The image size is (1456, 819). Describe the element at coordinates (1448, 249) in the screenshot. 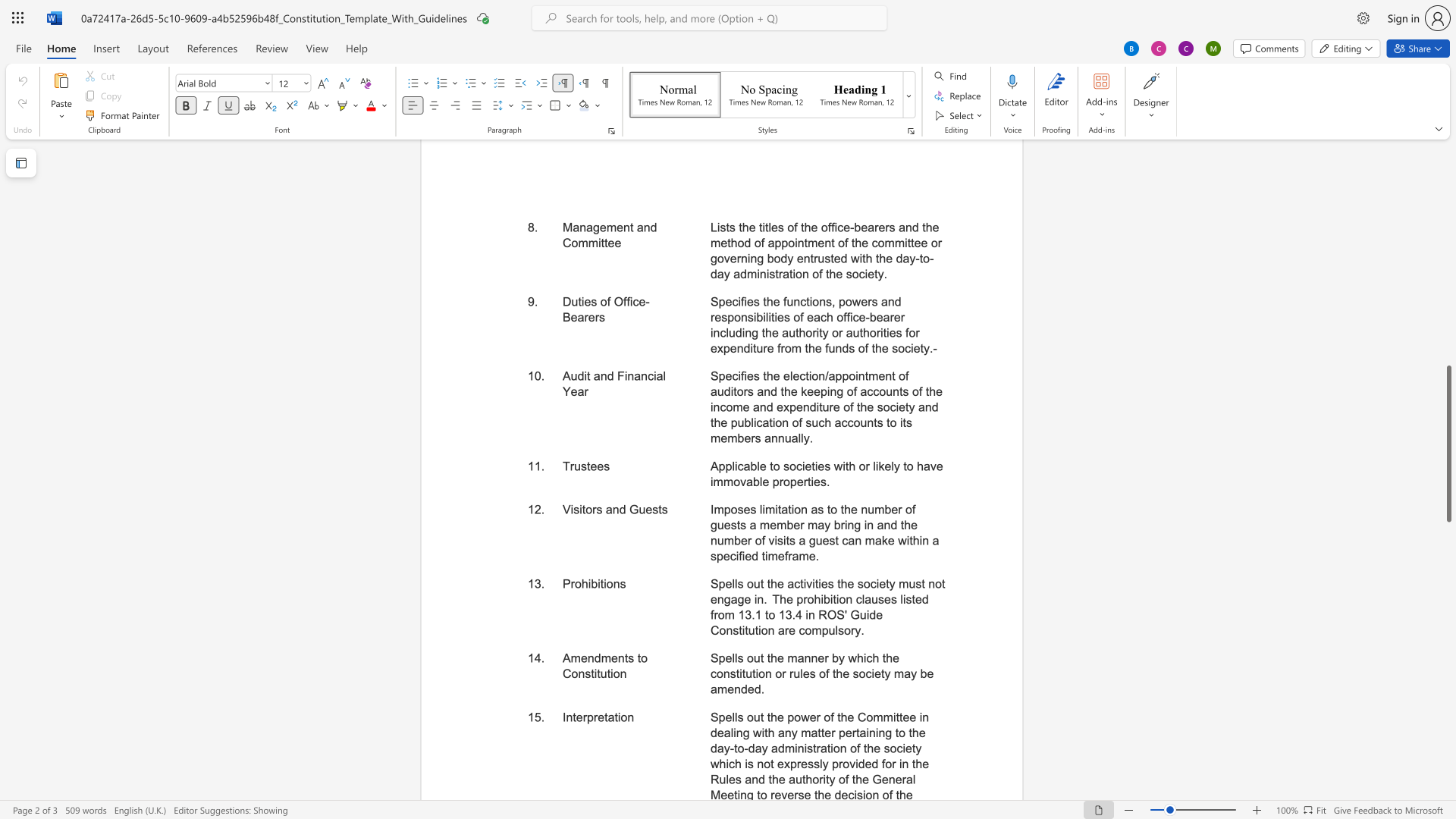

I see `the right-hand scrollbar to ascend the page` at that location.